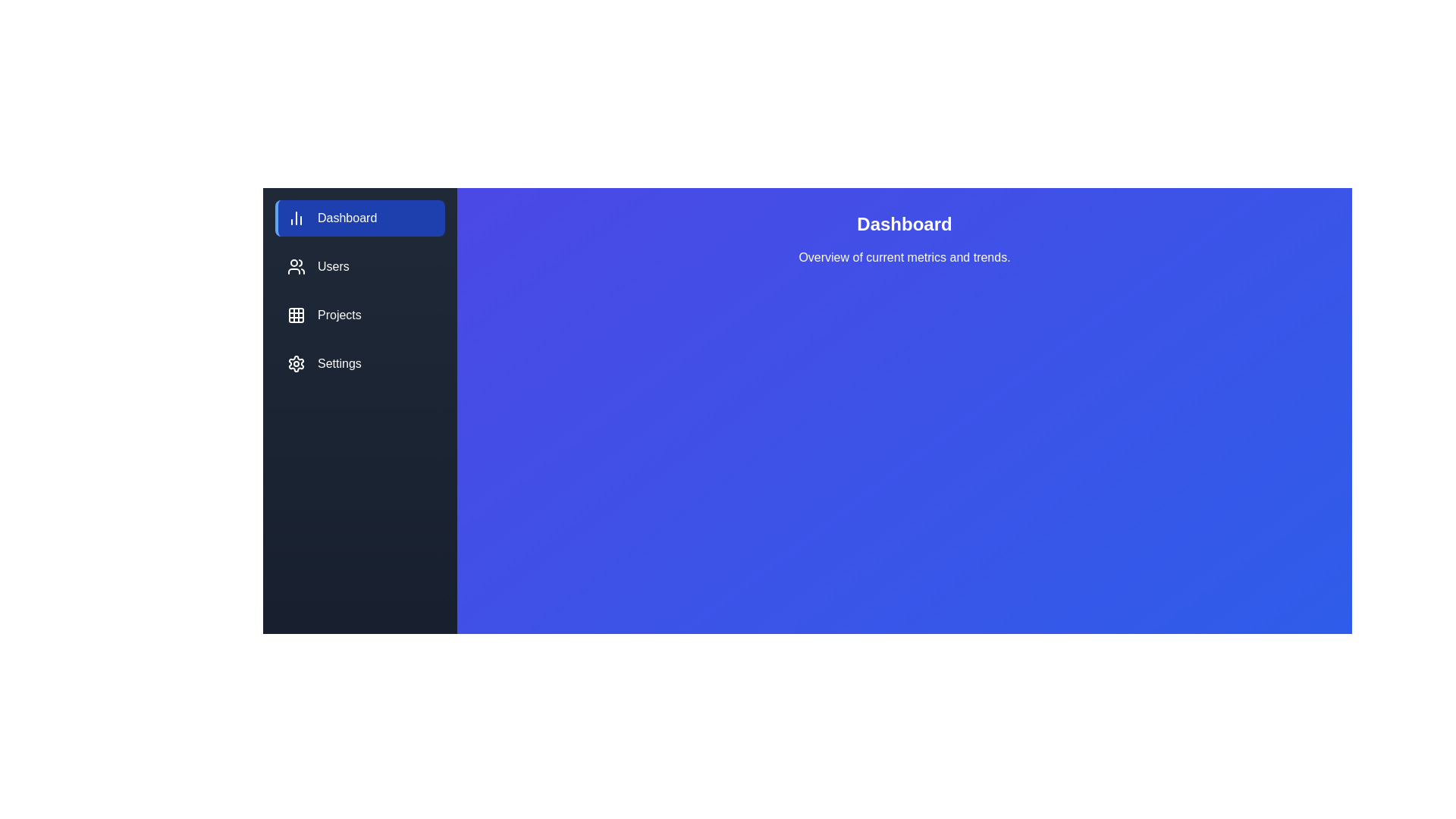 The width and height of the screenshot is (1456, 819). Describe the element at coordinates (359, 315) in the screenshot. I see `the Projects tab to observe visual feedback` at that location.